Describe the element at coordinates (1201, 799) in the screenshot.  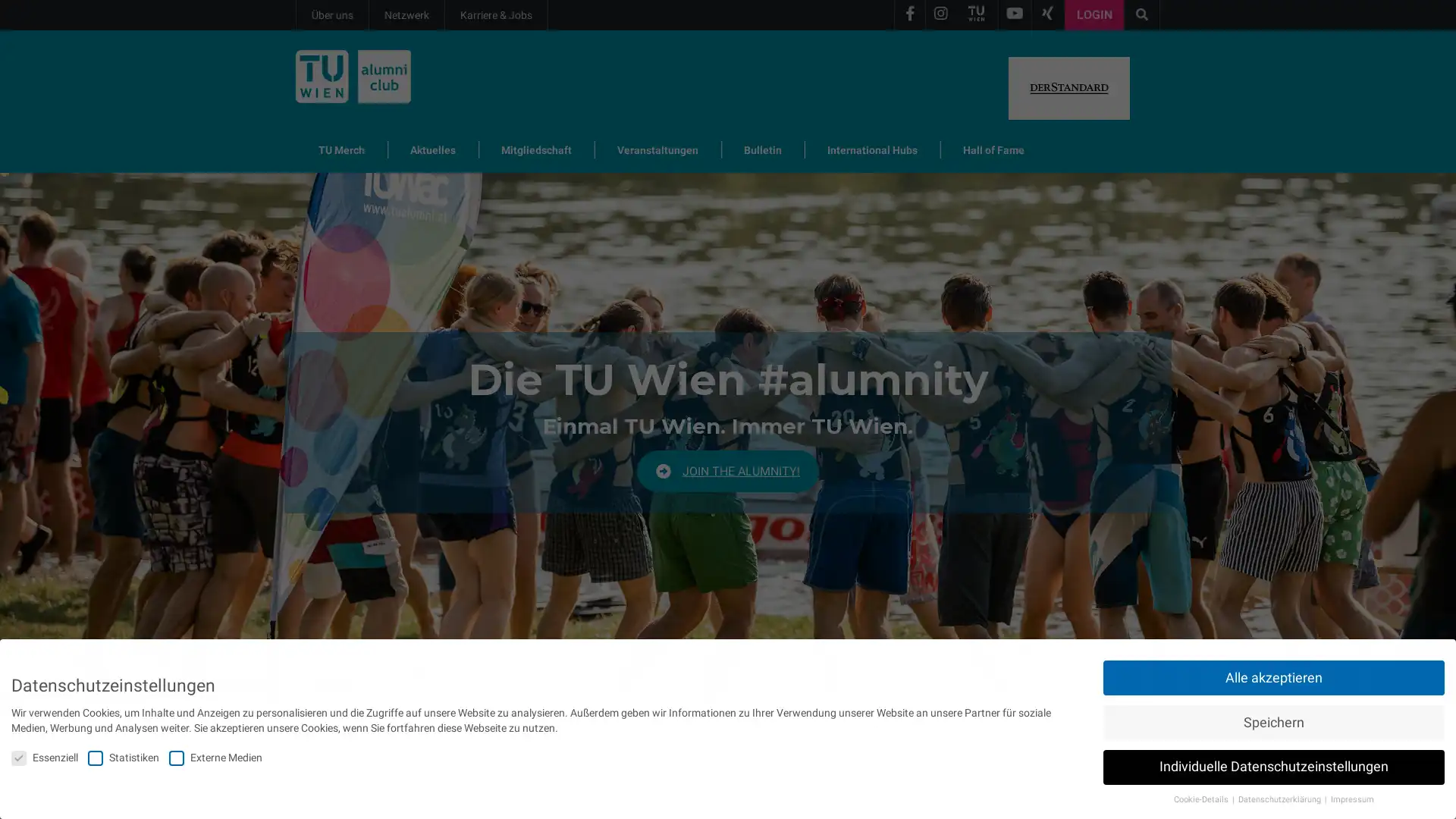
I see `Cookie-Details` at that location.